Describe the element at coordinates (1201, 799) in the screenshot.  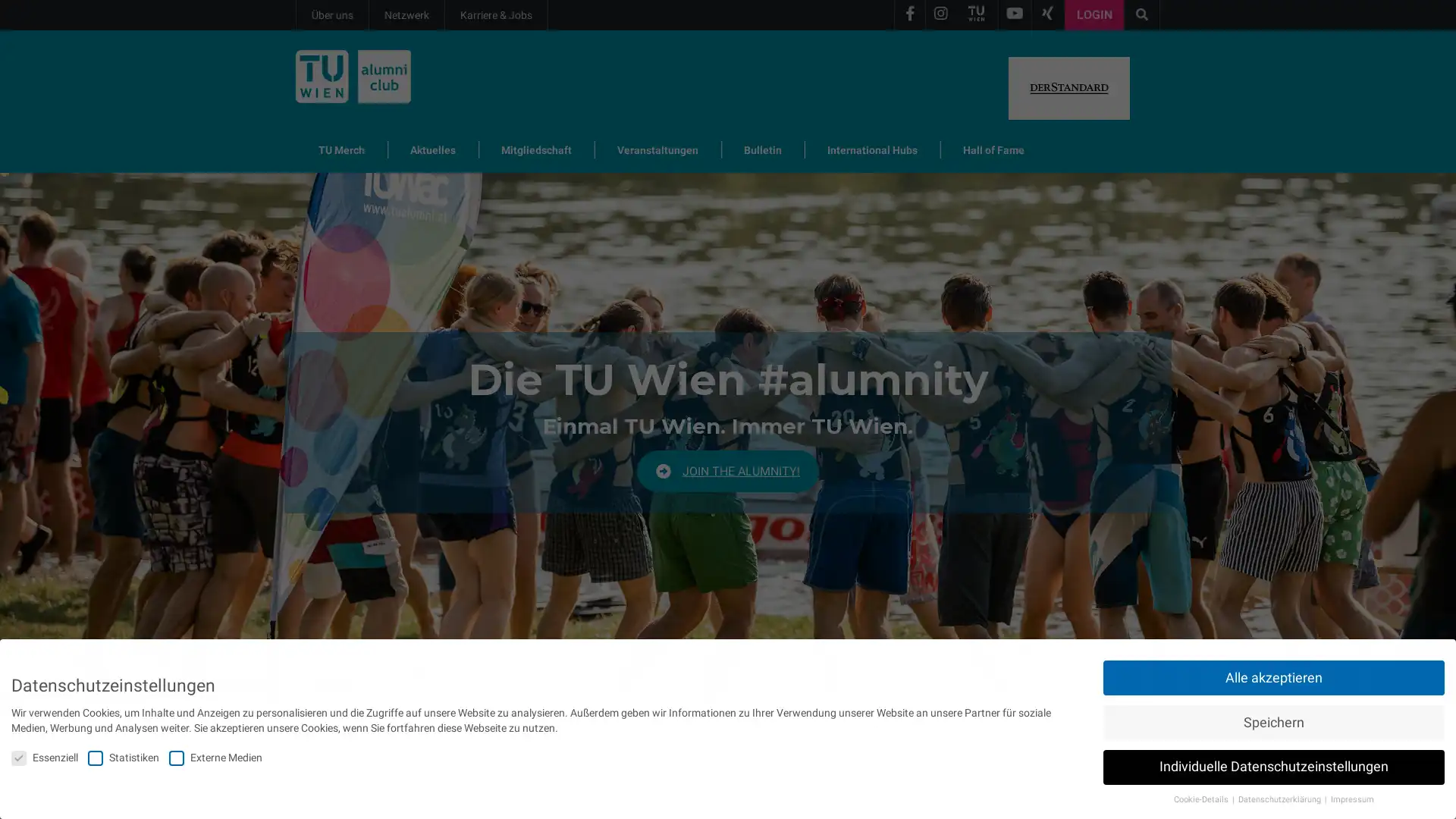
I see `Cookie-Details` at that location.